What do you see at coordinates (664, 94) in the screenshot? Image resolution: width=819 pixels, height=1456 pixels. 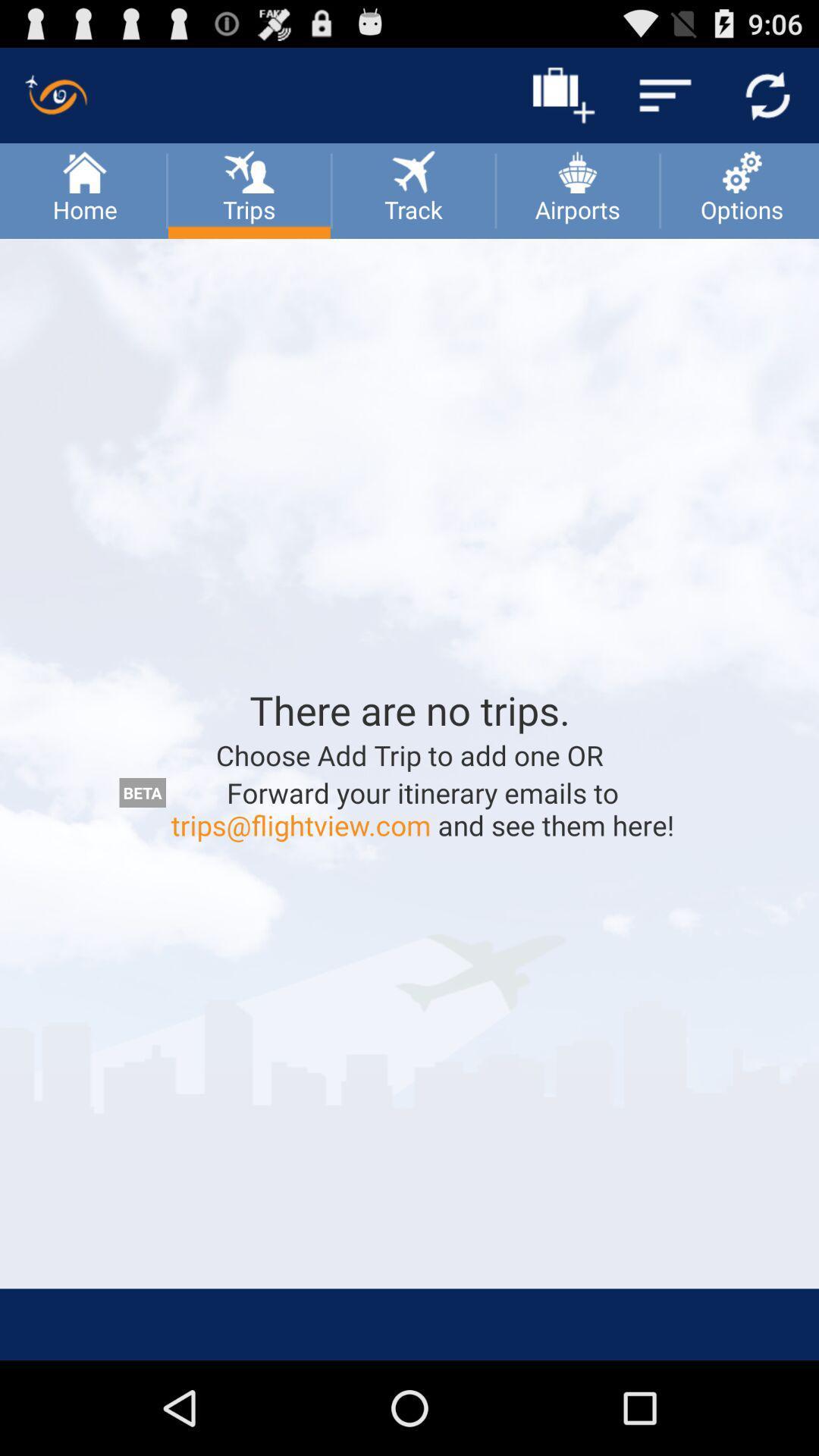 I see `the menu` at bounding box center [664, 94].